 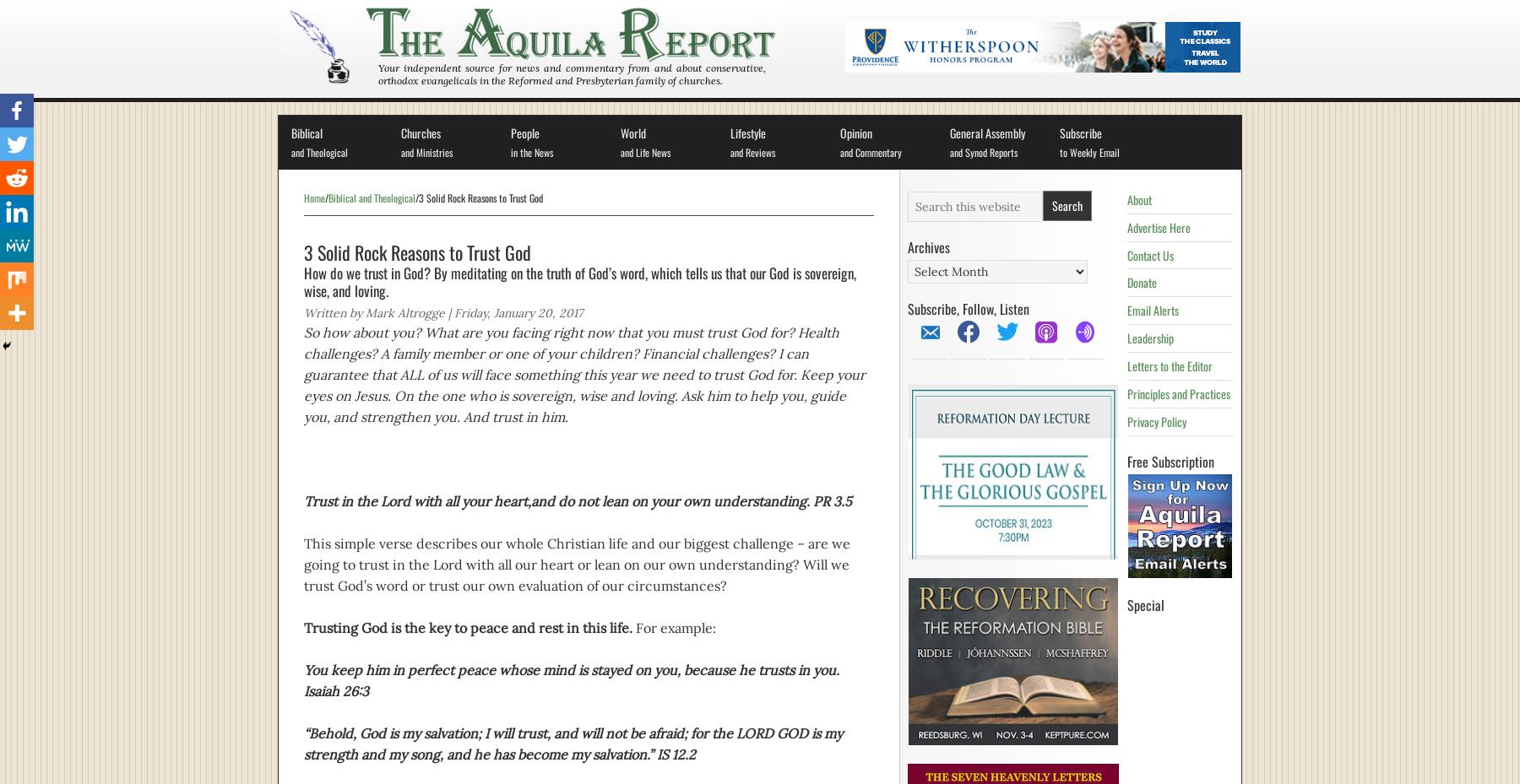 I want to click on 'Subscribe', so click(x=1080, y=132).